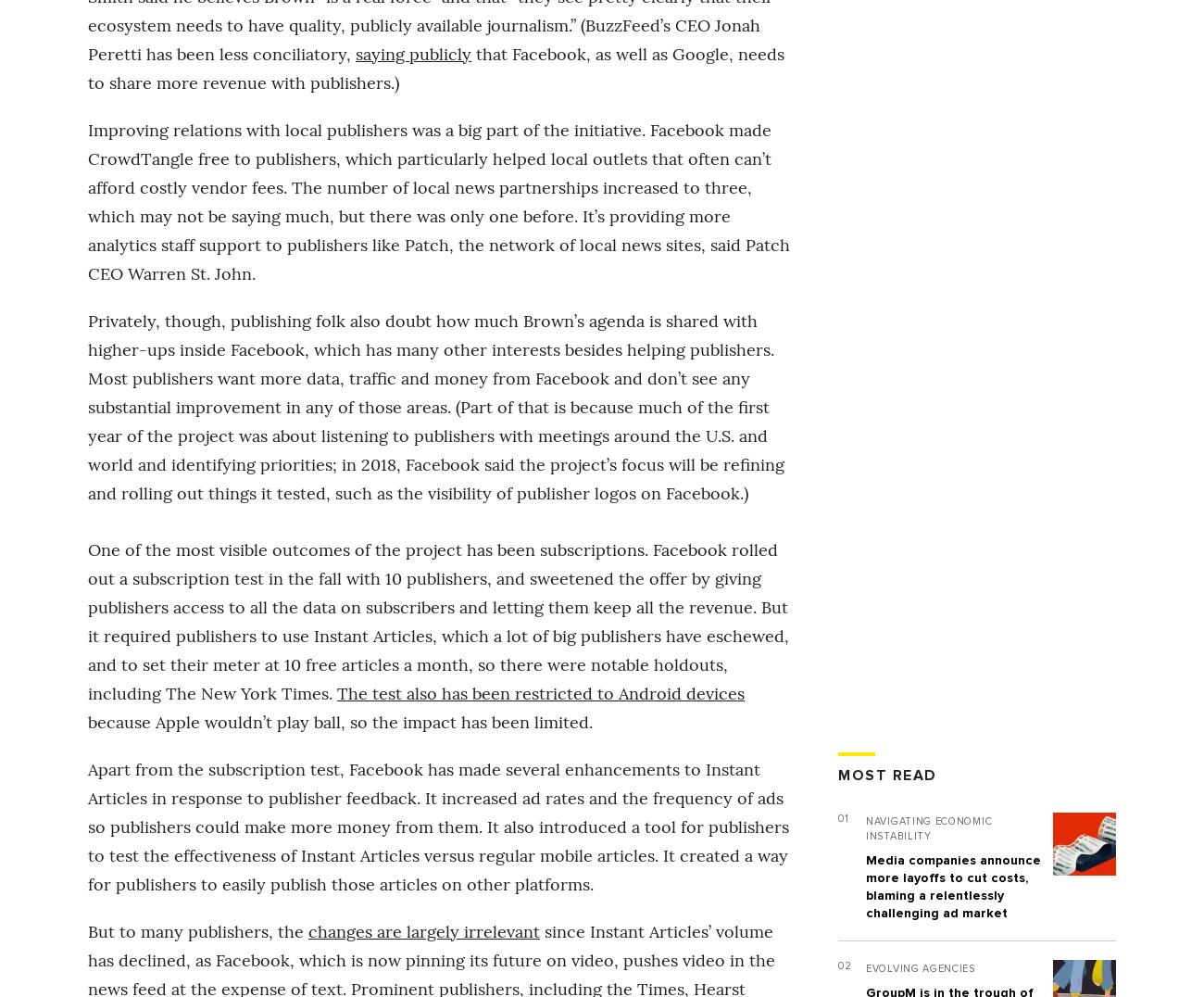 This screenshot has height=997, width=1204. What do you see at coordinates (434, 406) in the screenshot?
I see `'Privately, though, publishing folk also doubt how much Brown’s agenda is shared with higher-ups inside Facebook, which has many other interests besides helping publishers. Most publishers want more data, traffic and money from Facebook and don’t see any substantial improvement in any of those areas. (Part of that is because much of the first year of the project was about listening to publishers with meetings around the U.S. and world and identifying priorities; in 2018, Facebook said the project’s focus will be refining and rolling out things it tested, such as the visibility of publisher logos on Facebook.)'` at bounding box center [434, 406].